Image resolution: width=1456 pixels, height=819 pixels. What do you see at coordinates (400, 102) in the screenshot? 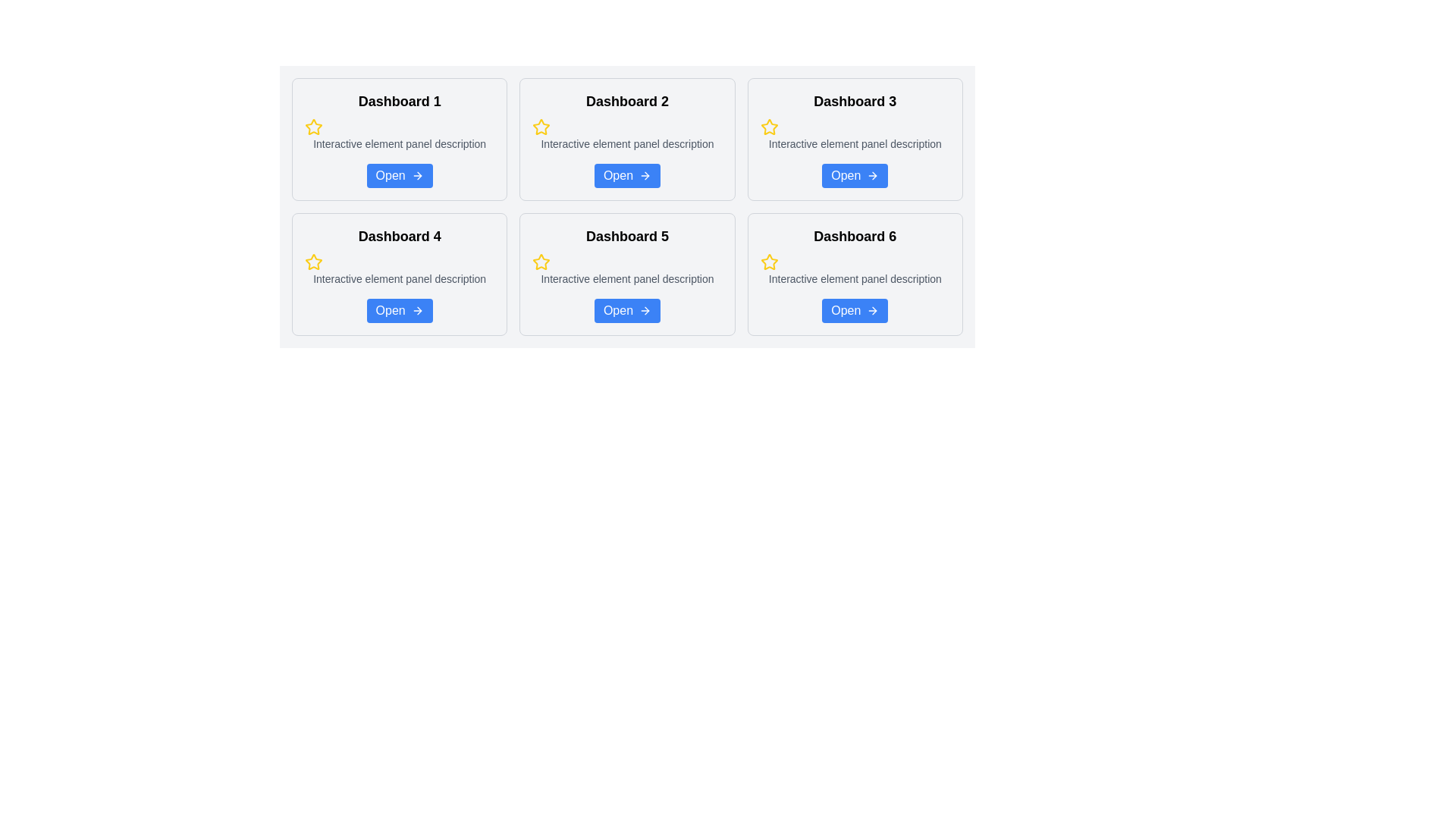
I see `the text label titled 'Dashboard 1', which serves as the title for the card located at the top center of the card in a 2x3 grid layout` at bounding box center [400, 102].